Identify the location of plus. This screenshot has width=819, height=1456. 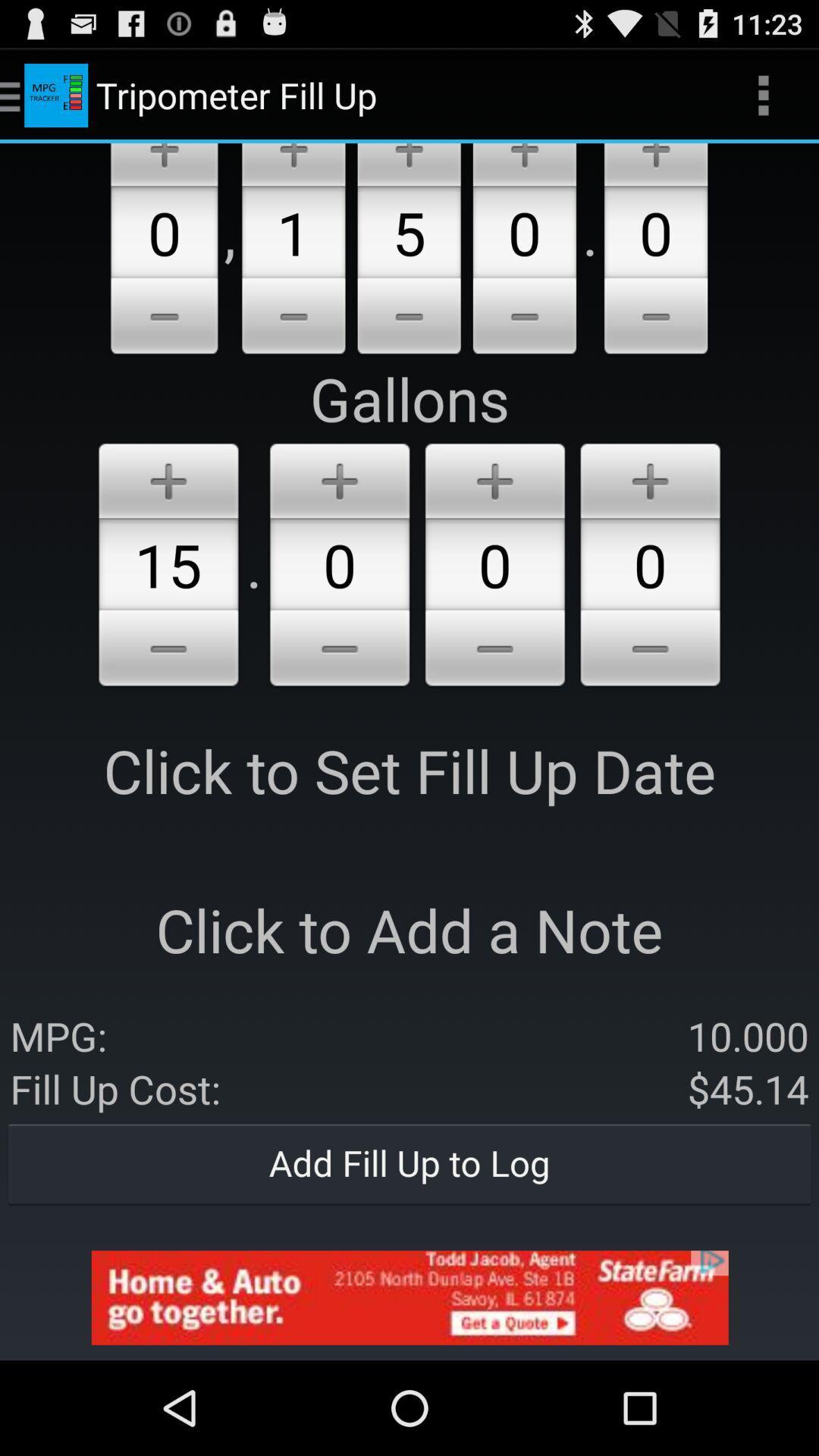
(649, 477).